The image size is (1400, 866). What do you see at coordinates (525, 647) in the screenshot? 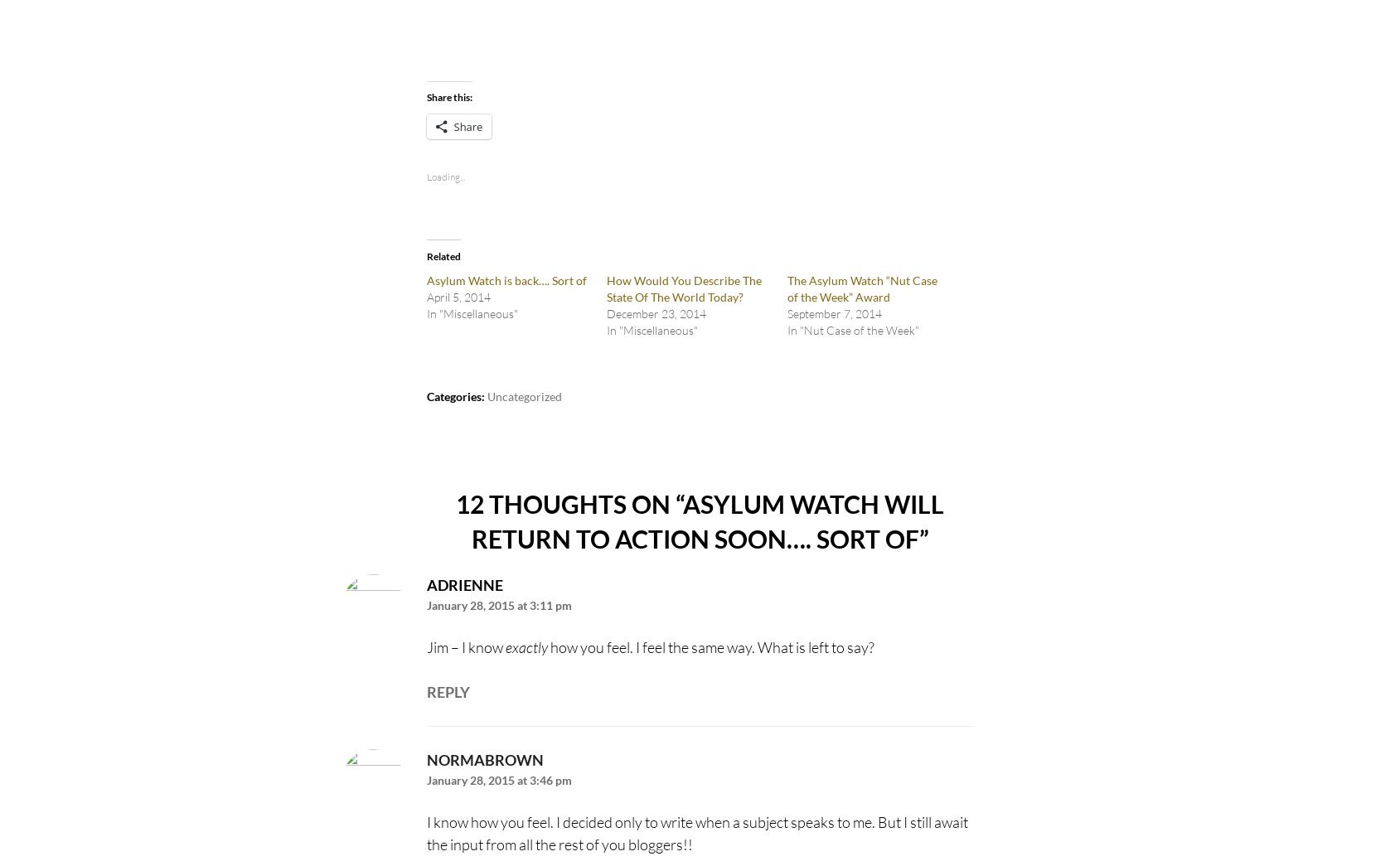
I see `'exactly'` at bounding box center [525, 647].